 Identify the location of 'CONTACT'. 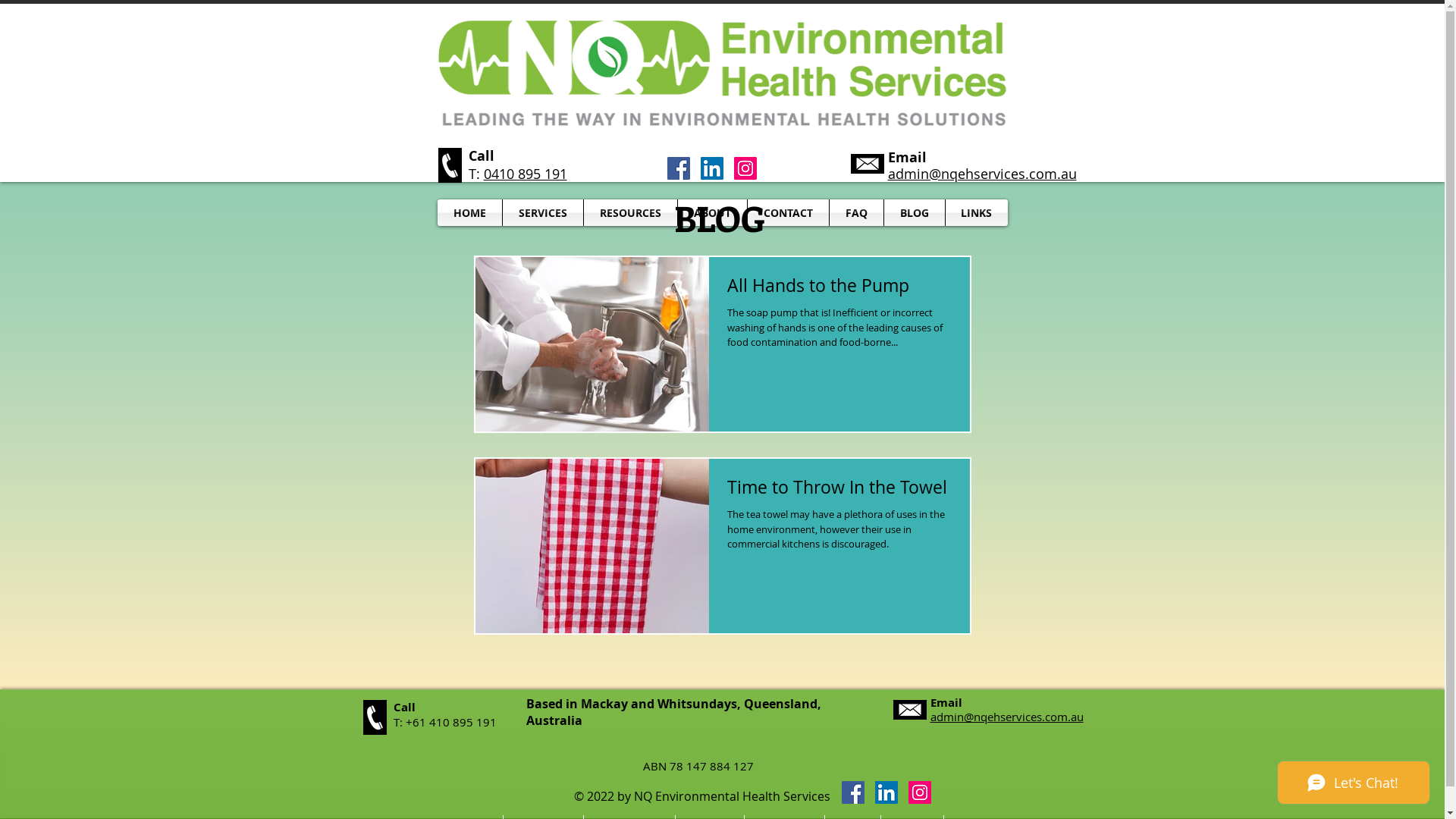
(788, 212).